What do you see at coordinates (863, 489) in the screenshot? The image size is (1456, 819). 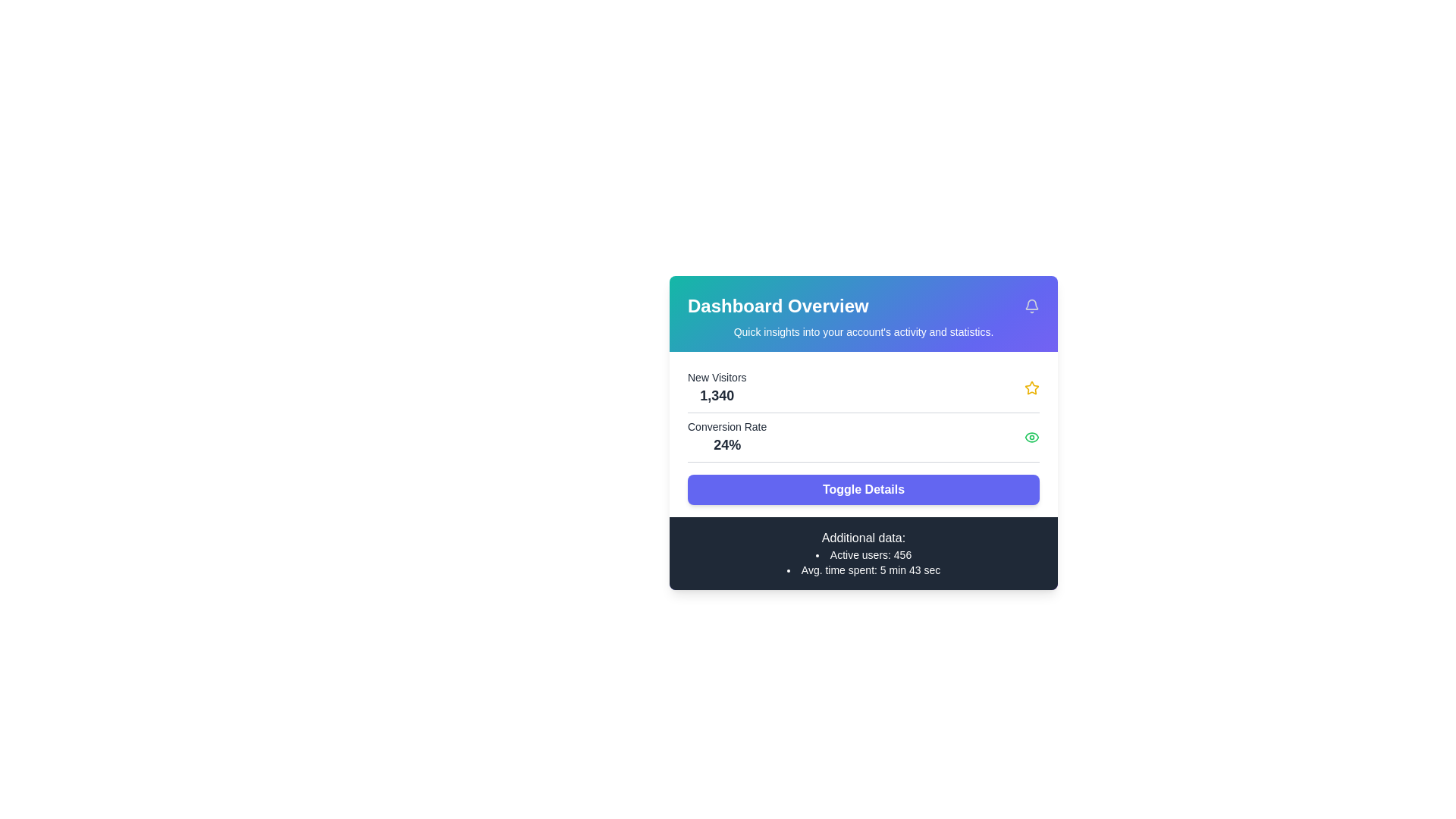 I see `the rectangular button with a purple background and white text labeled 'Toggle Details'` at bounding box center [863, 489].